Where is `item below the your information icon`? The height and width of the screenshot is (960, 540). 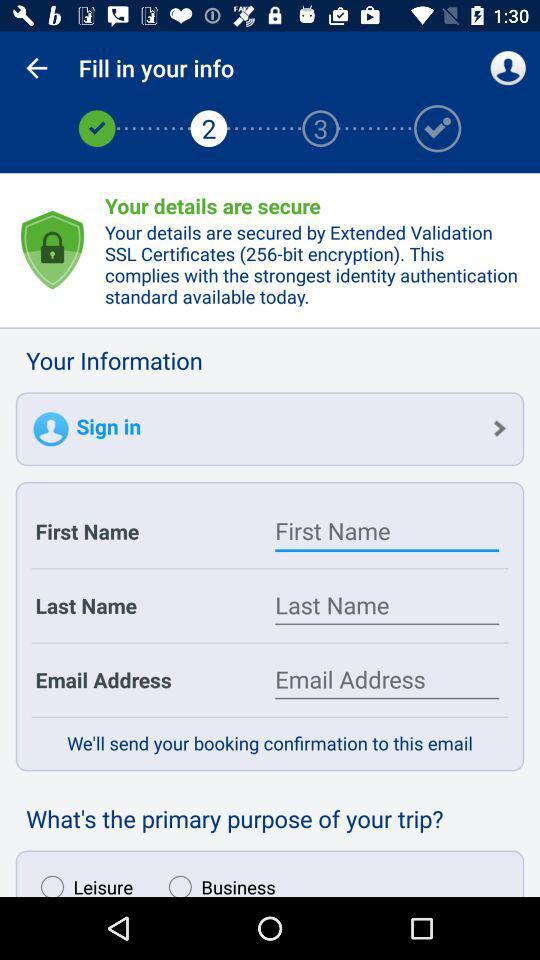
item below the your information icon is located at coordinates (270, 429).